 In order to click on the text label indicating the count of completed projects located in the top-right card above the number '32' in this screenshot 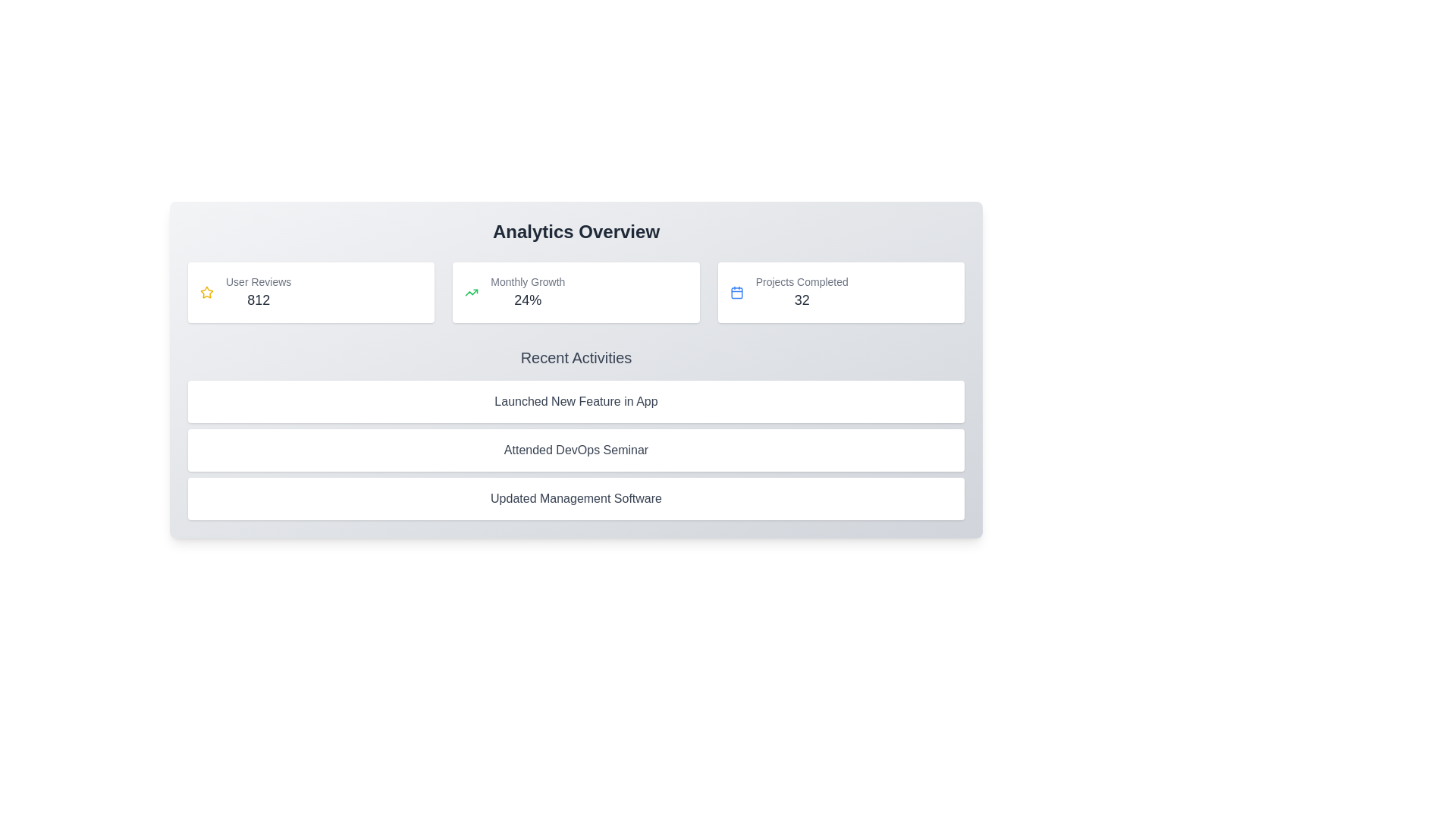, I will do `click(801, 281)`.